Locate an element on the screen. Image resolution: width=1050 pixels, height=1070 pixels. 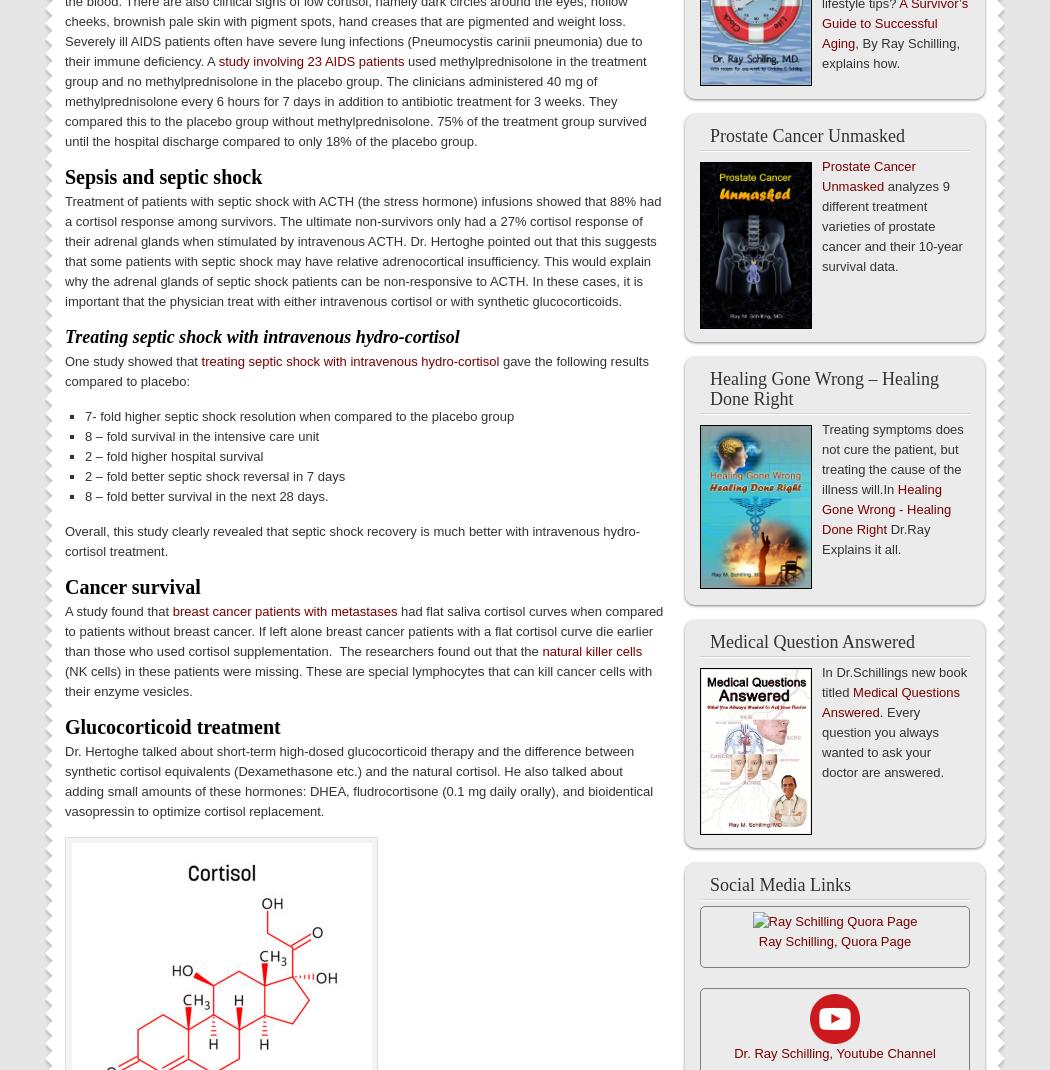
'natural killer cells' is located at coordinates (590, 651).